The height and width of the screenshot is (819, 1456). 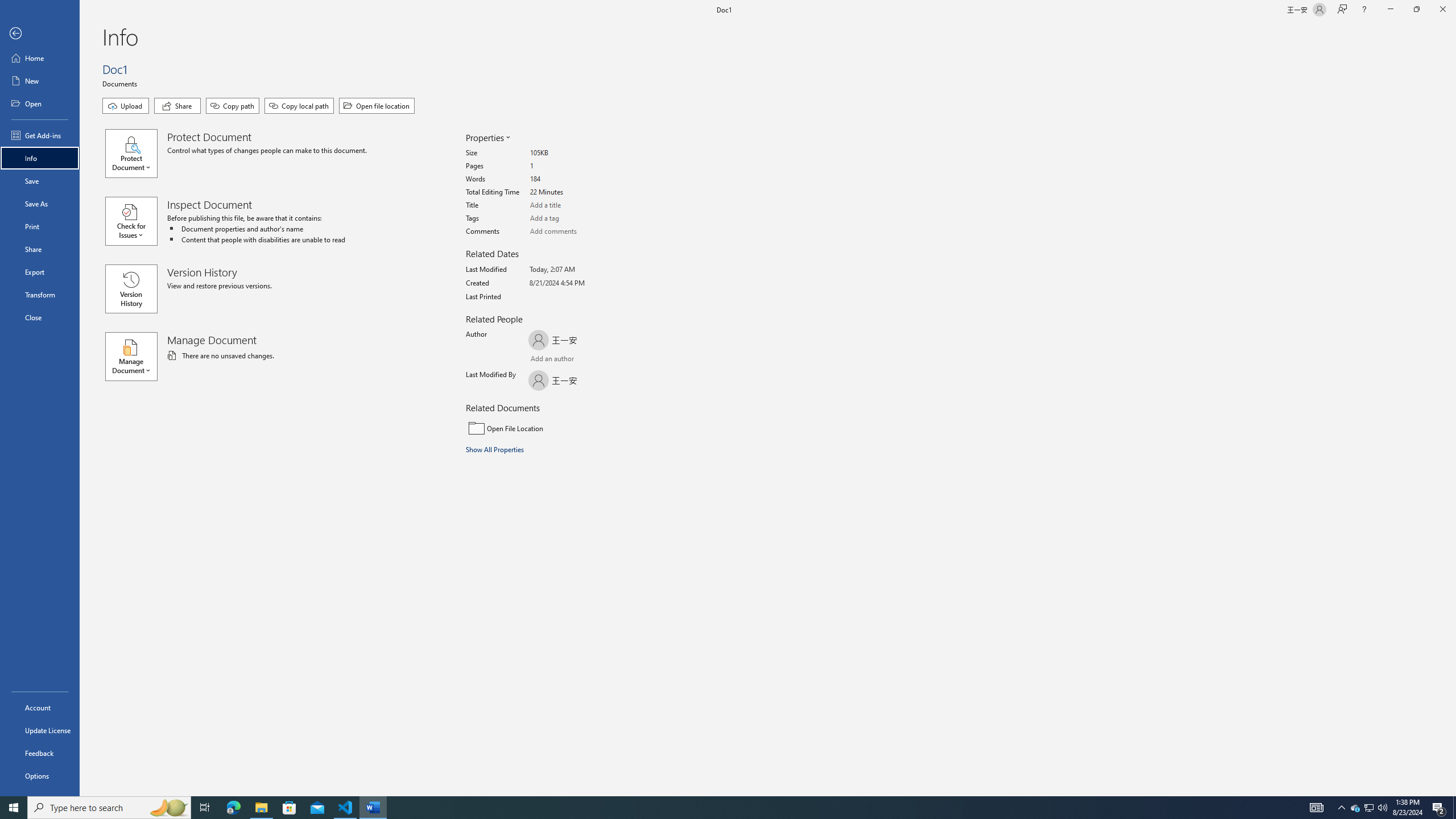 I want to click on 'Check for Issues', so click(x=136, y=220).